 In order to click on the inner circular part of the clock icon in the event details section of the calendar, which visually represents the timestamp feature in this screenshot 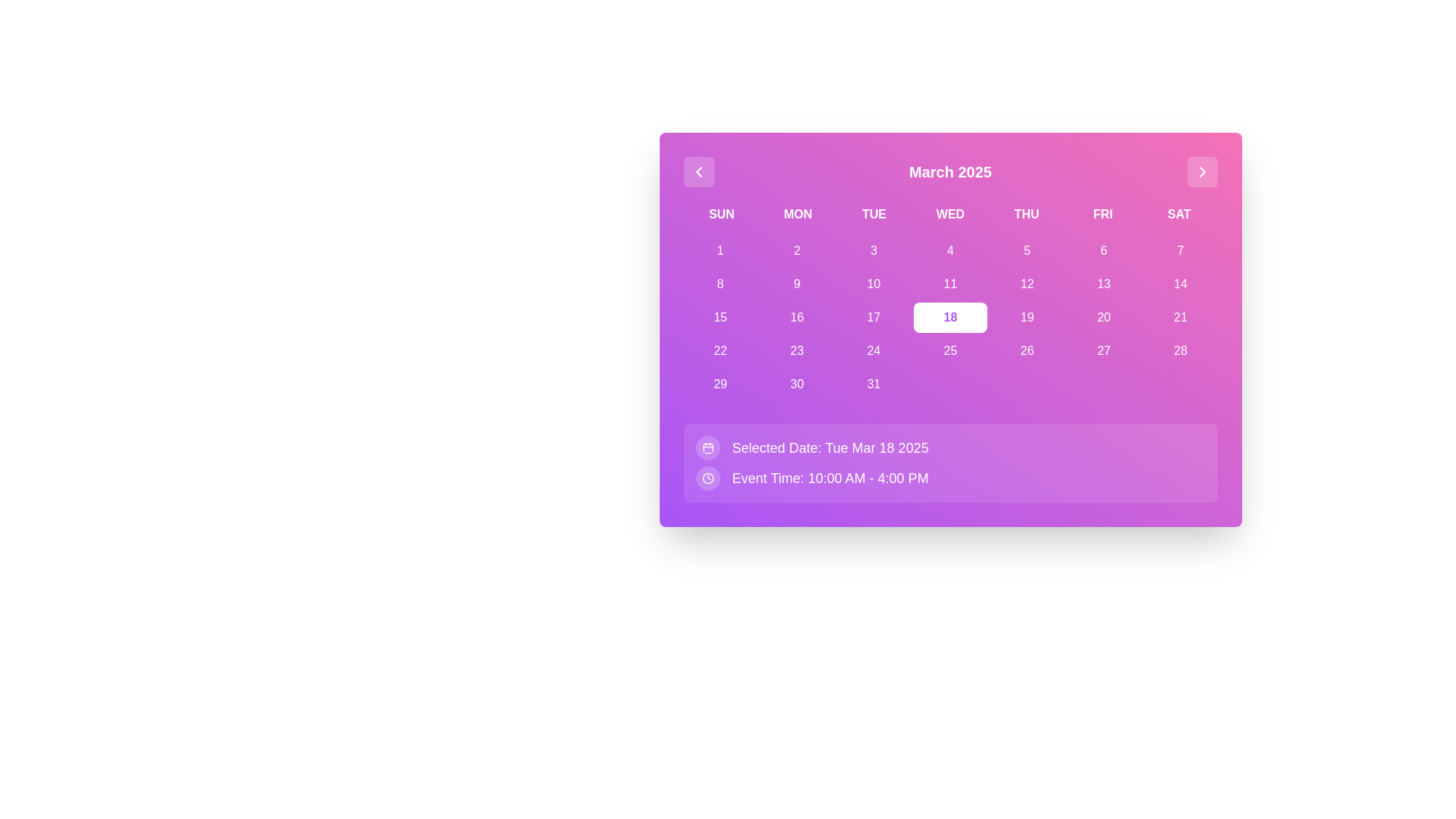, I will do `click(707, 479)`.